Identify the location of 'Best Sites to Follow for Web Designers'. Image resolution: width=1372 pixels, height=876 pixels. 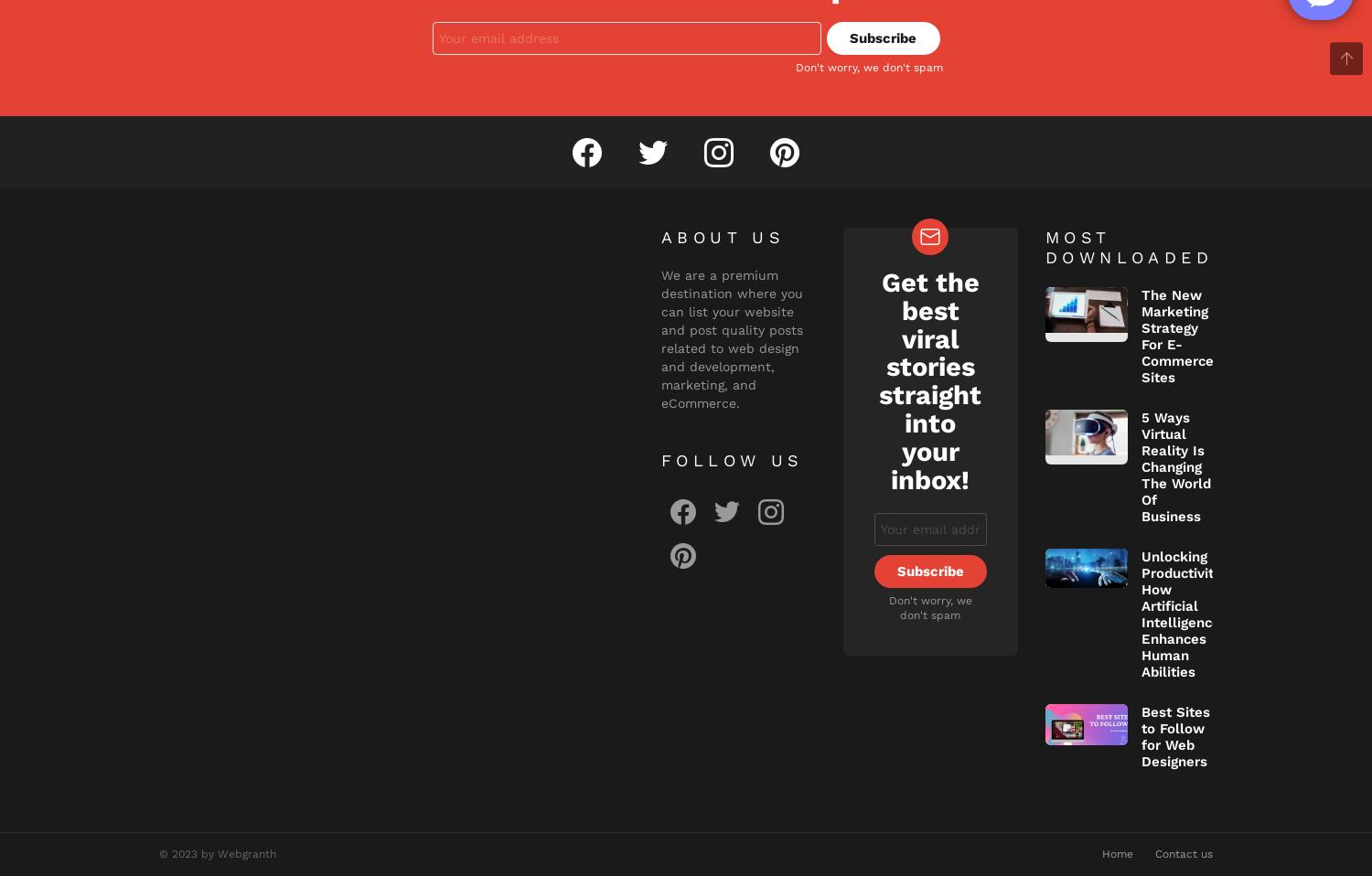
(1175, 735).